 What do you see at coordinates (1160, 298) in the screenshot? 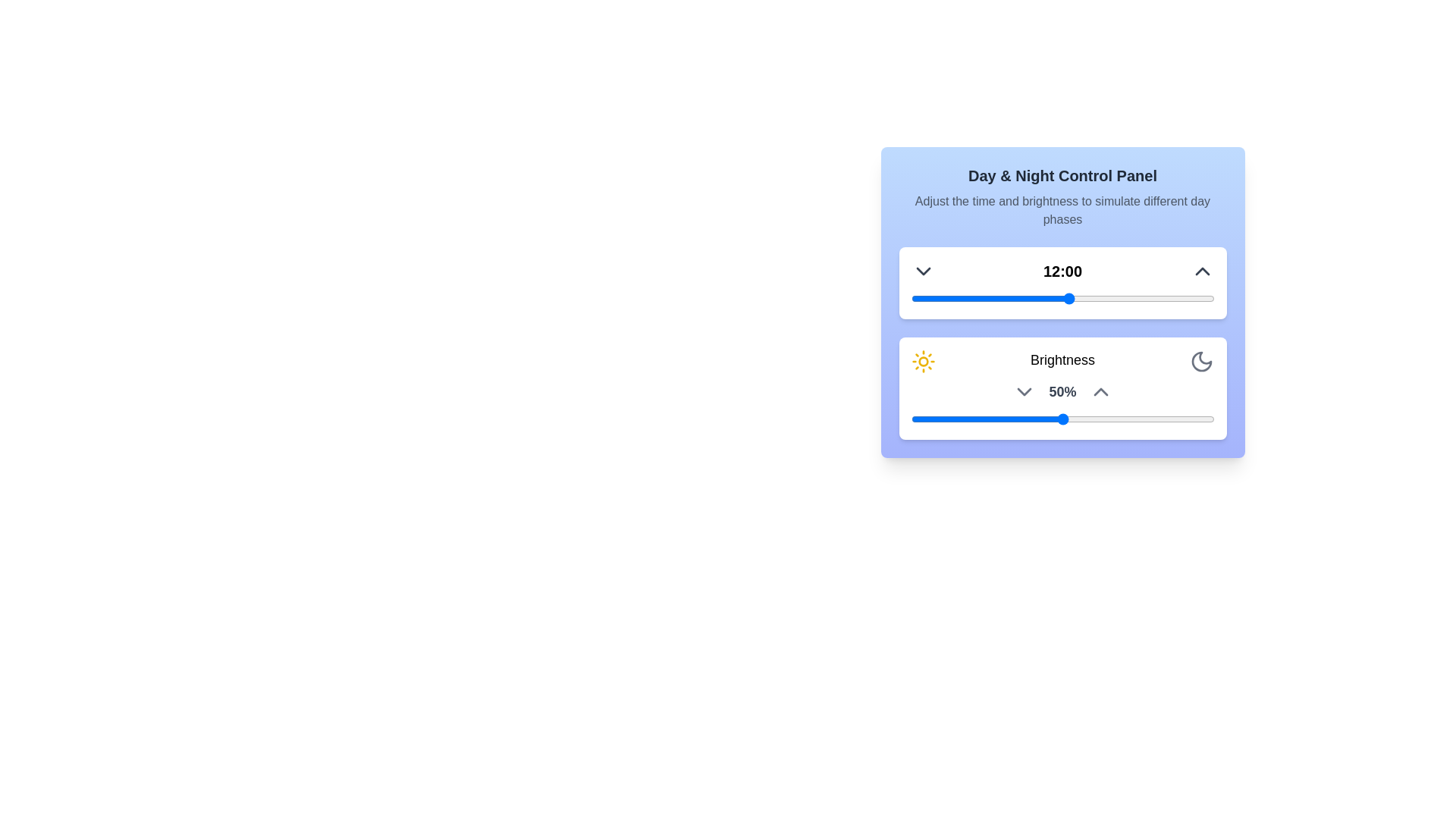
I see `time` at bounding box center [1160, 298].